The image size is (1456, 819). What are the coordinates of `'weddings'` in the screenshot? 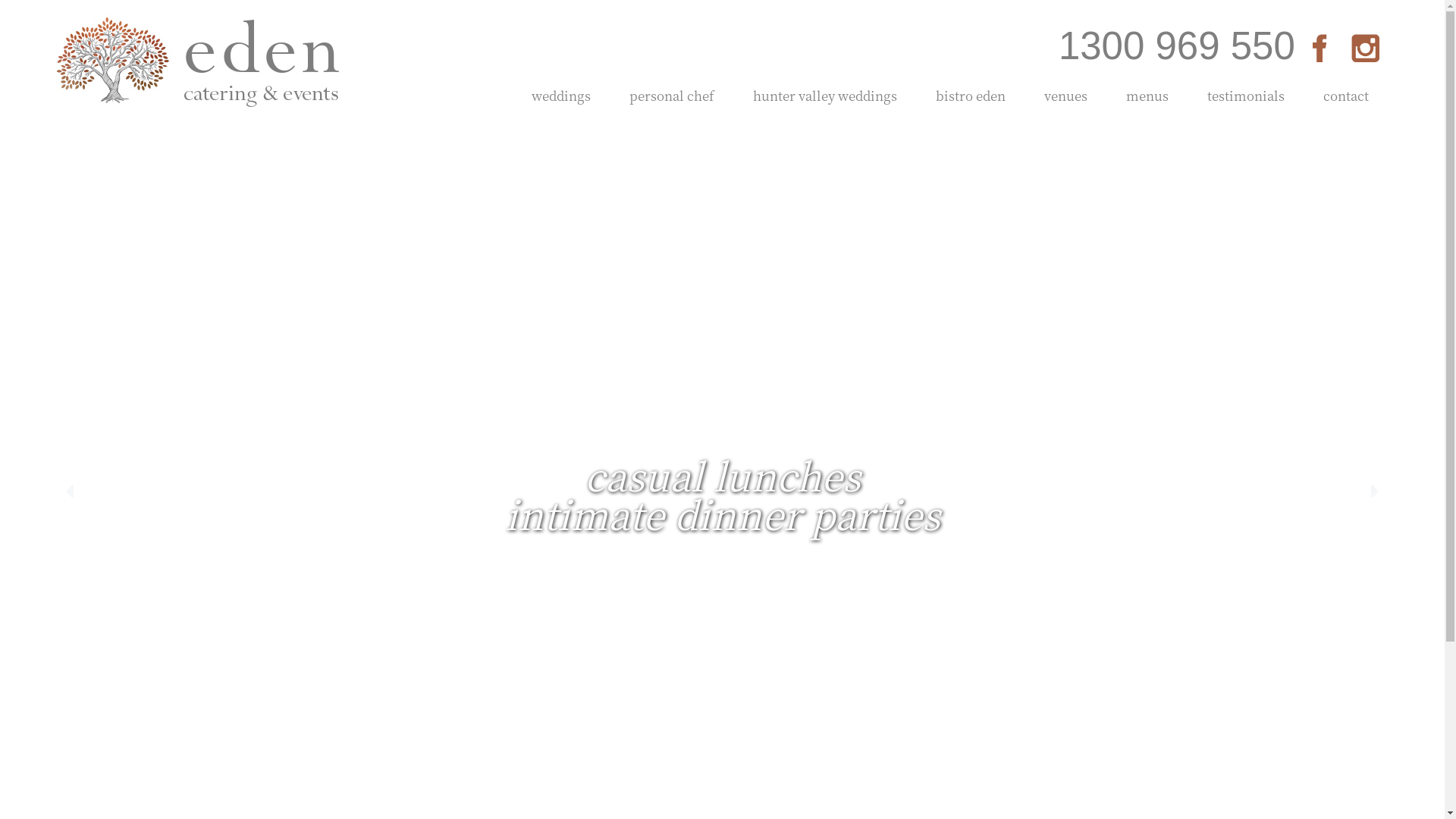 It's located at (560, 96).